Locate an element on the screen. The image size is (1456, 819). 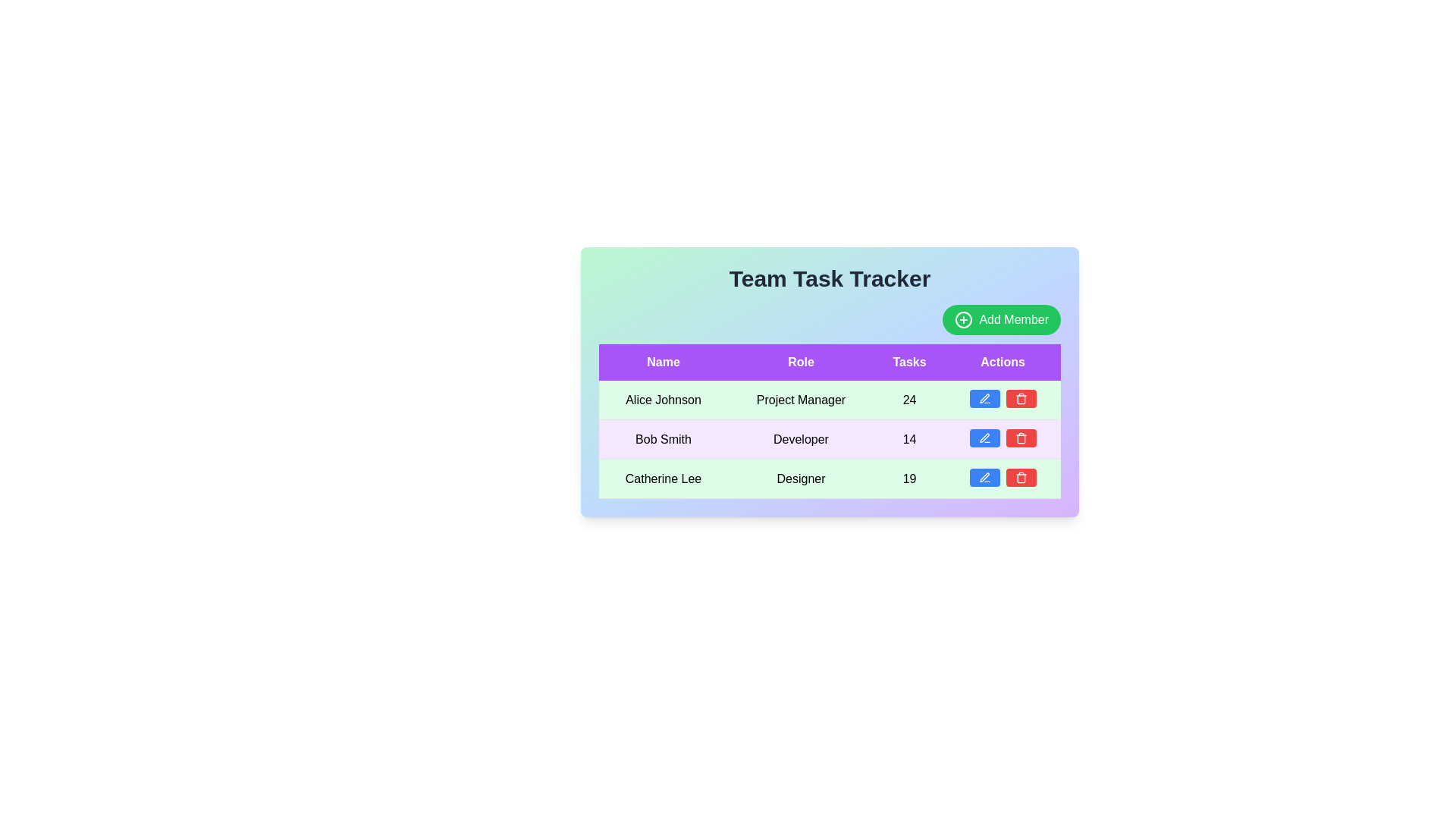
the delete button corresponding to the team member Bob Smith is located at coordinates (1021, 438).